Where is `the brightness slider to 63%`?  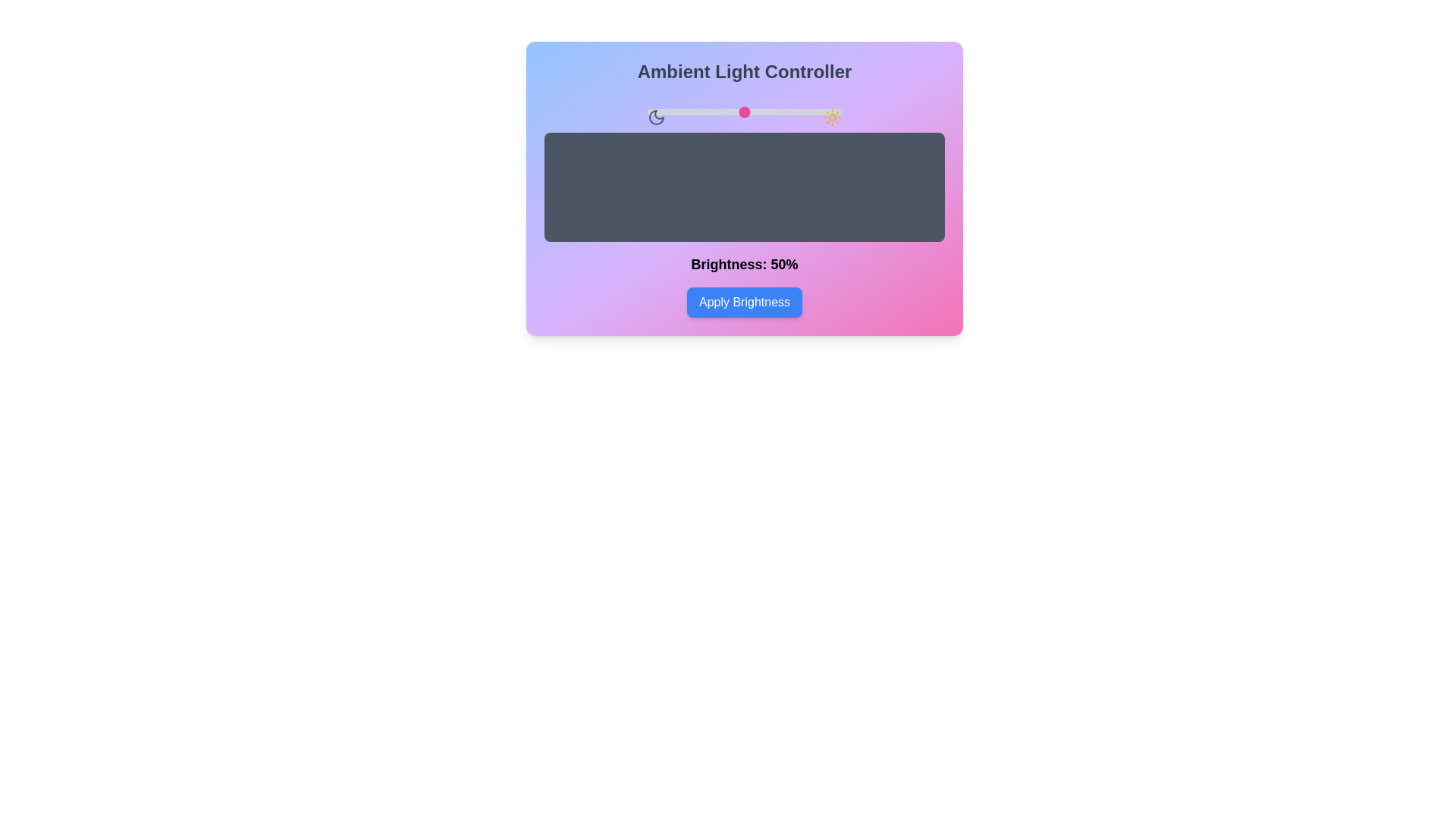 the brightness slider to 63% is located at coordinates (770, 111).